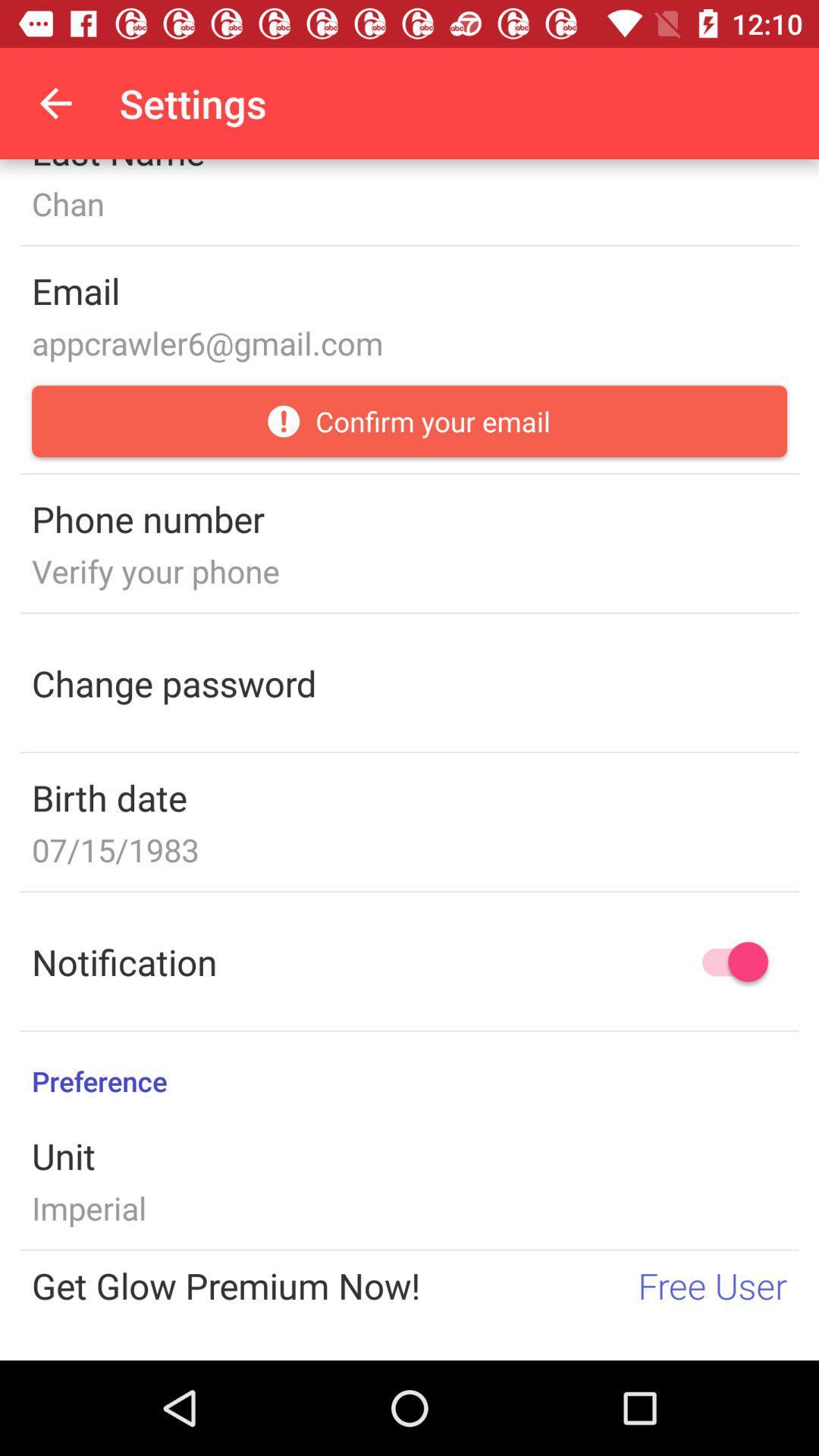 This screenshot has width=819, height=1456. What do you see at coordinates (55, 102) in the screenshot?
I see `icon next to the settings` at bounding box center [55, 102].